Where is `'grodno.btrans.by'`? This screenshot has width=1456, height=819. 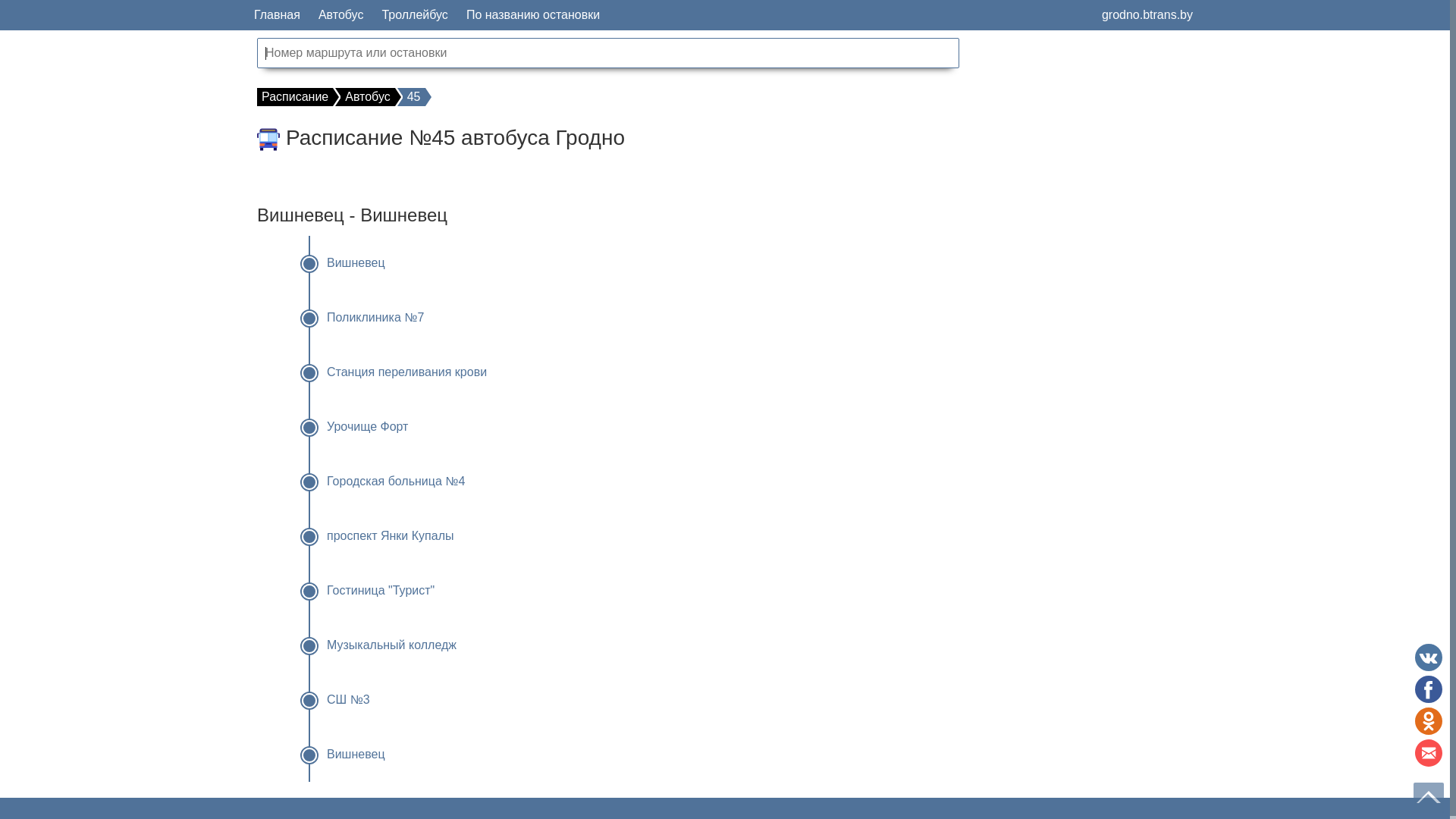
'grodno.btrans.by' is located at coordinates (1147, 14).